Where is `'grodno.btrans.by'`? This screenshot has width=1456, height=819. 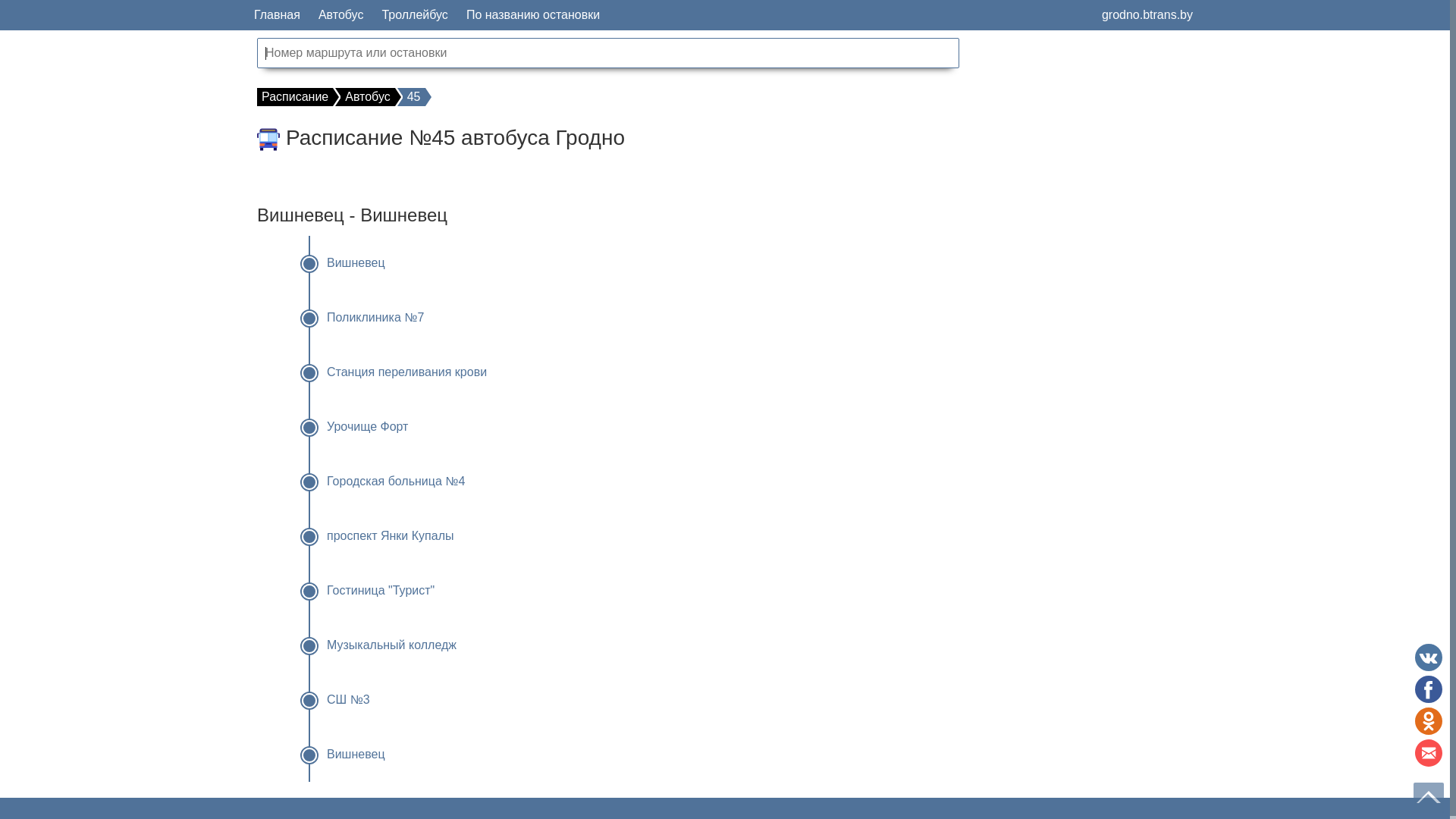
'grodno.btrans.by' is located at coordinates (1147, 14).